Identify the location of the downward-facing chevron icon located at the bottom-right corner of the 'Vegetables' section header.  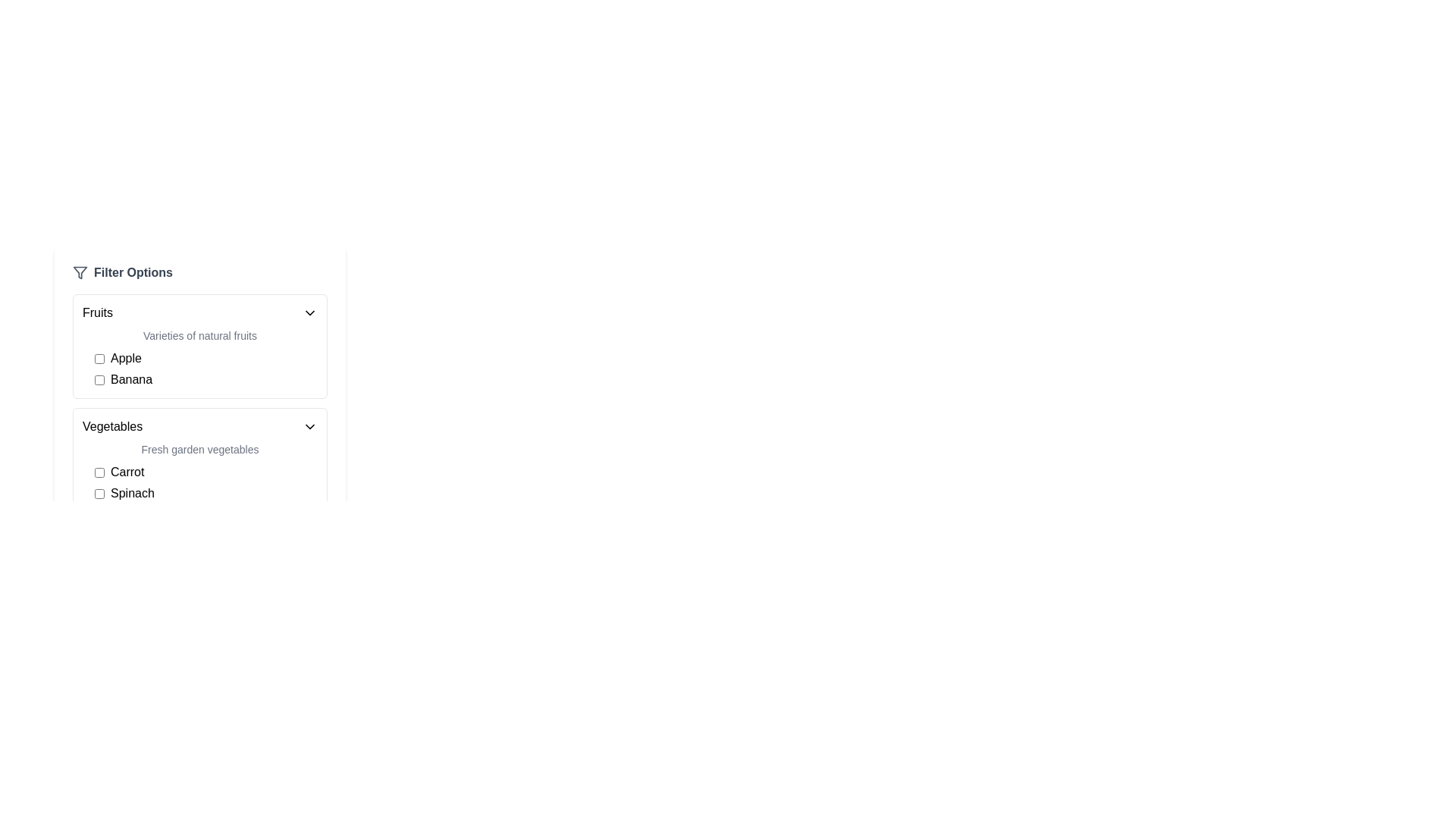
(309, 427).